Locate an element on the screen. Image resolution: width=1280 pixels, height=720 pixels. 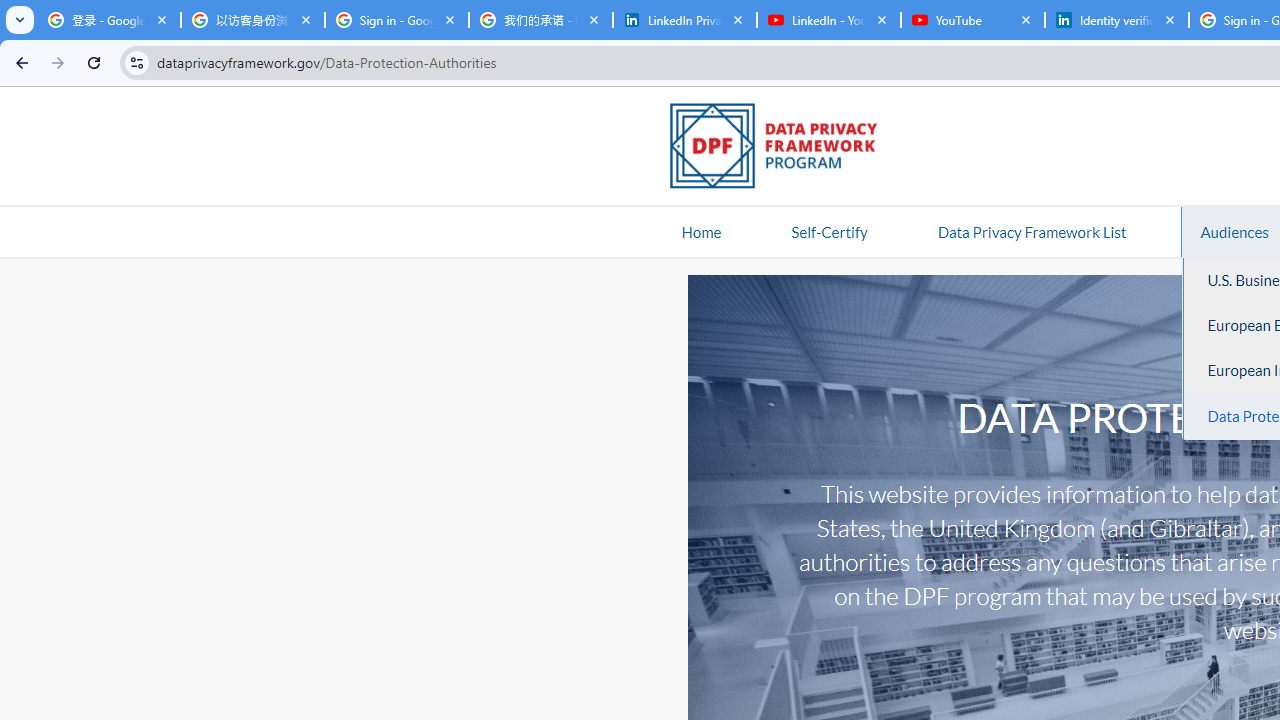
'LinkedIn - YouTube' is located at coordinates (828, 20).